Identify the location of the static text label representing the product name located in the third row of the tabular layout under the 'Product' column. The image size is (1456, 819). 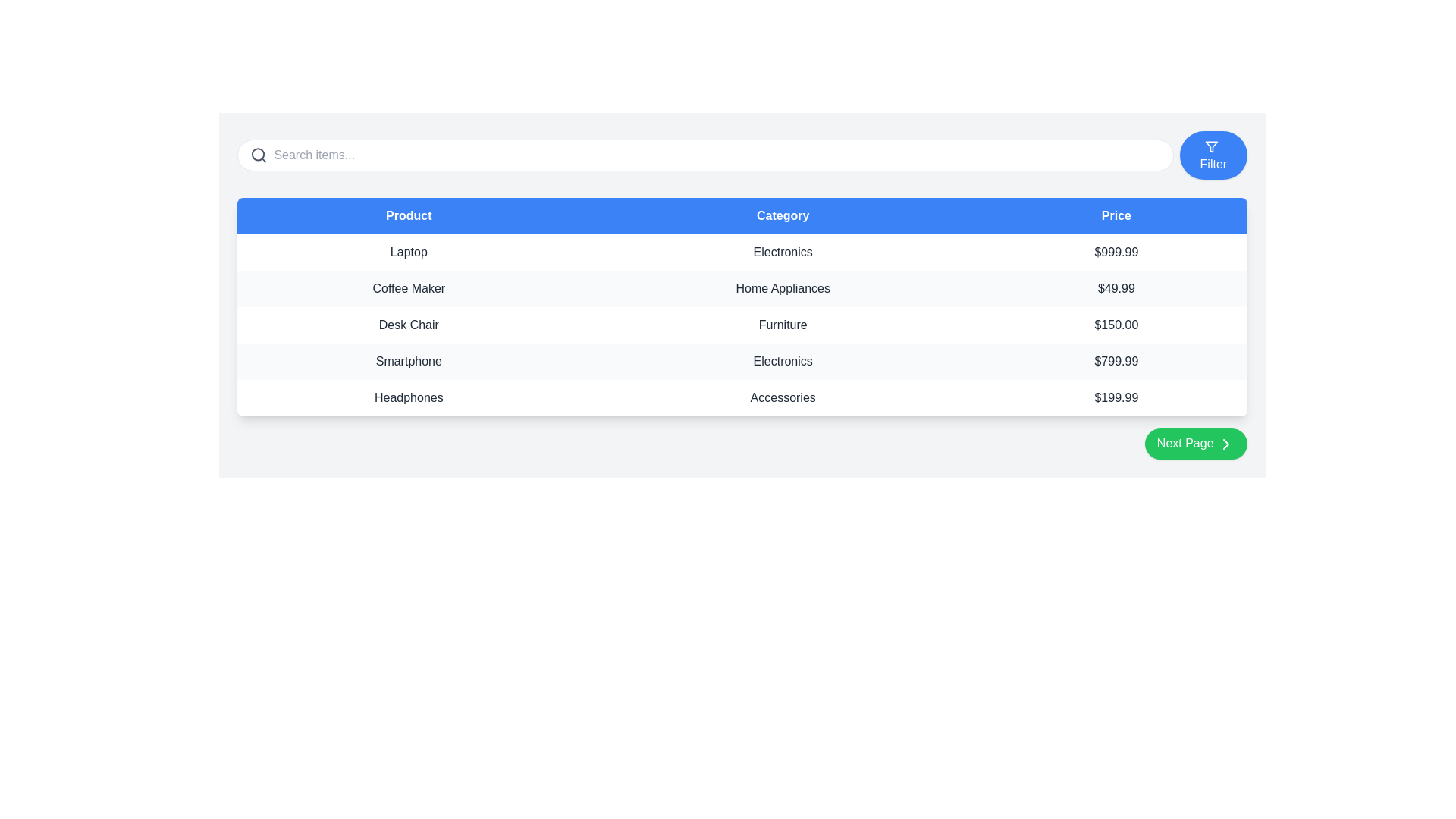
(409, 324).